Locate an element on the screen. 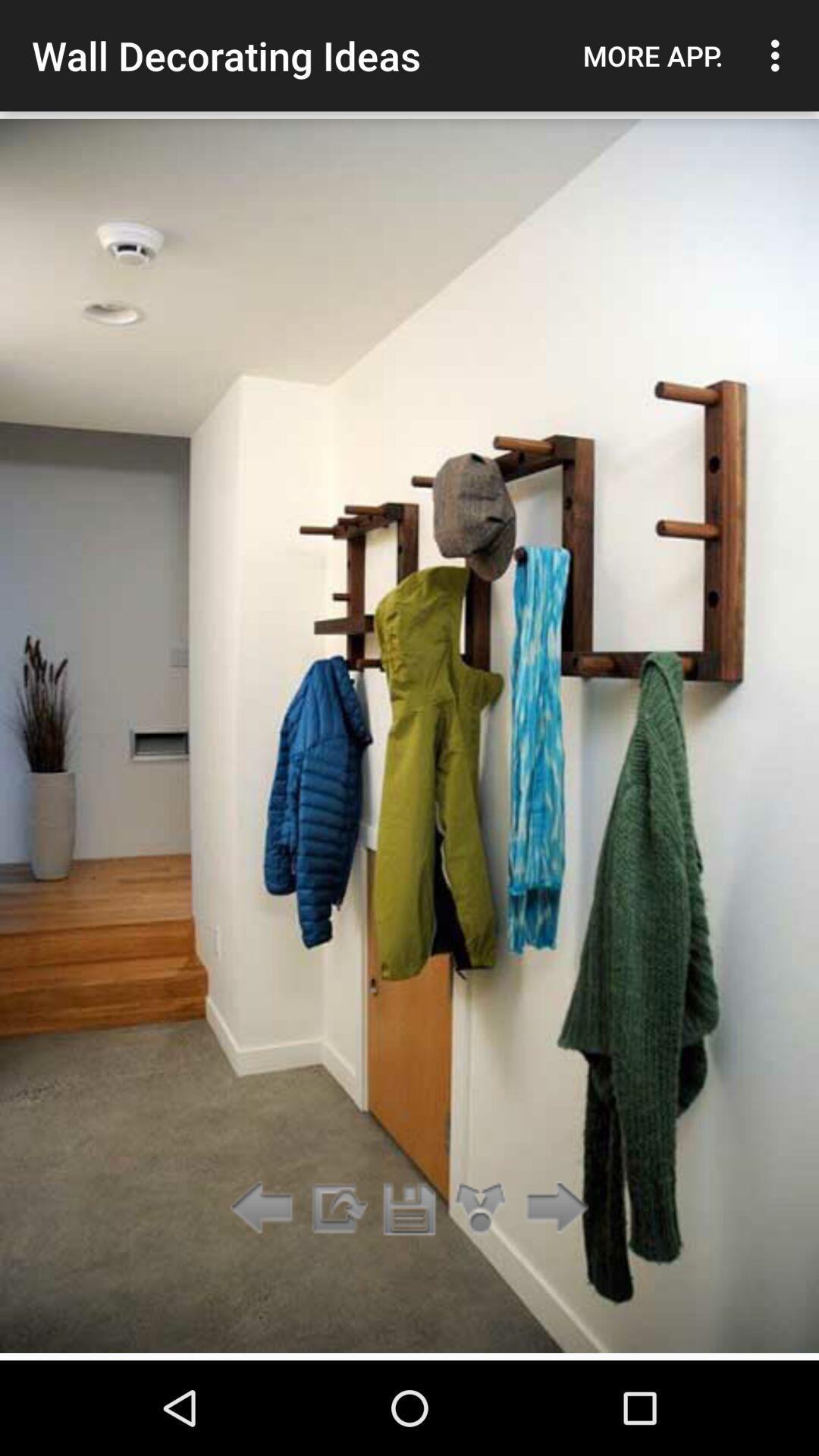  the save icon is located at coordinates (409, 1208).